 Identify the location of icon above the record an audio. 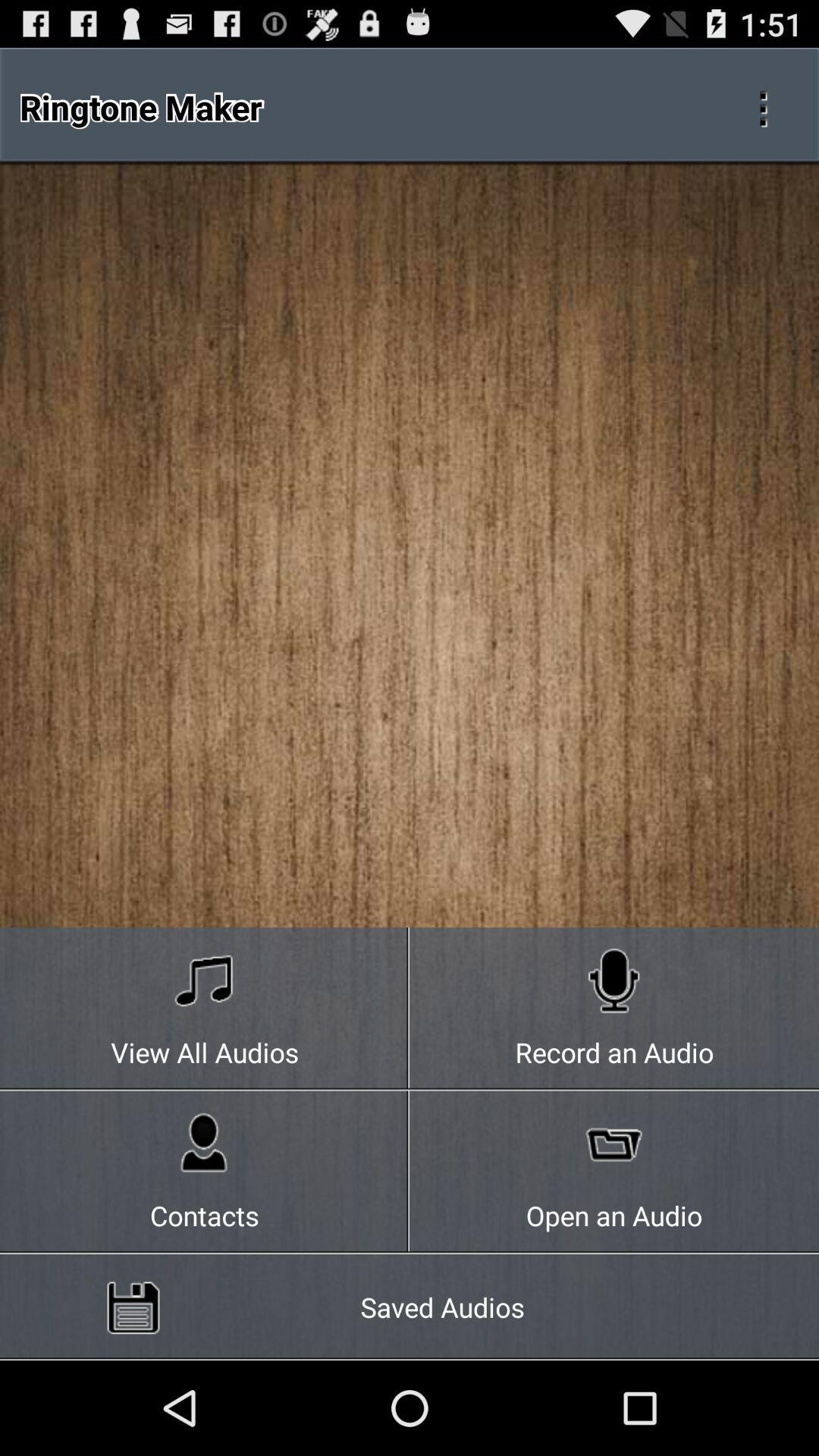
(763, 106).